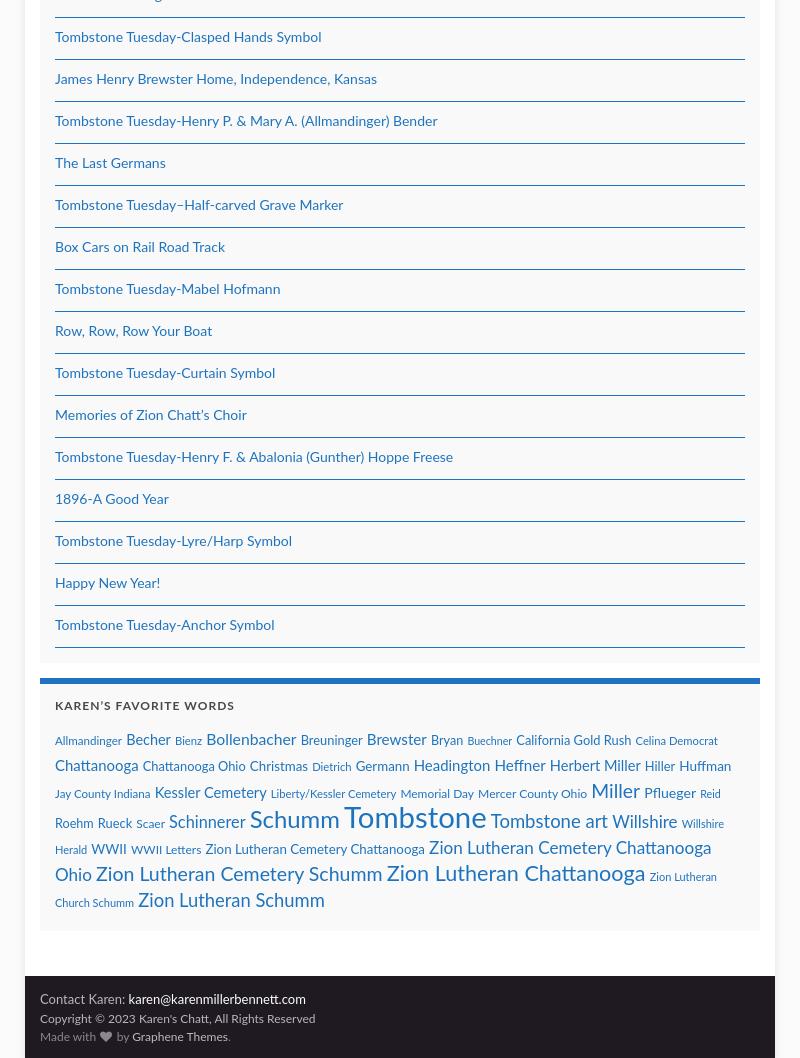 This screenshot has height=1058, width=800. What do you see at coordinates (676, 741) in the screenshot?
I see `'Celina Democrat'` at bounding box center [676, 741].